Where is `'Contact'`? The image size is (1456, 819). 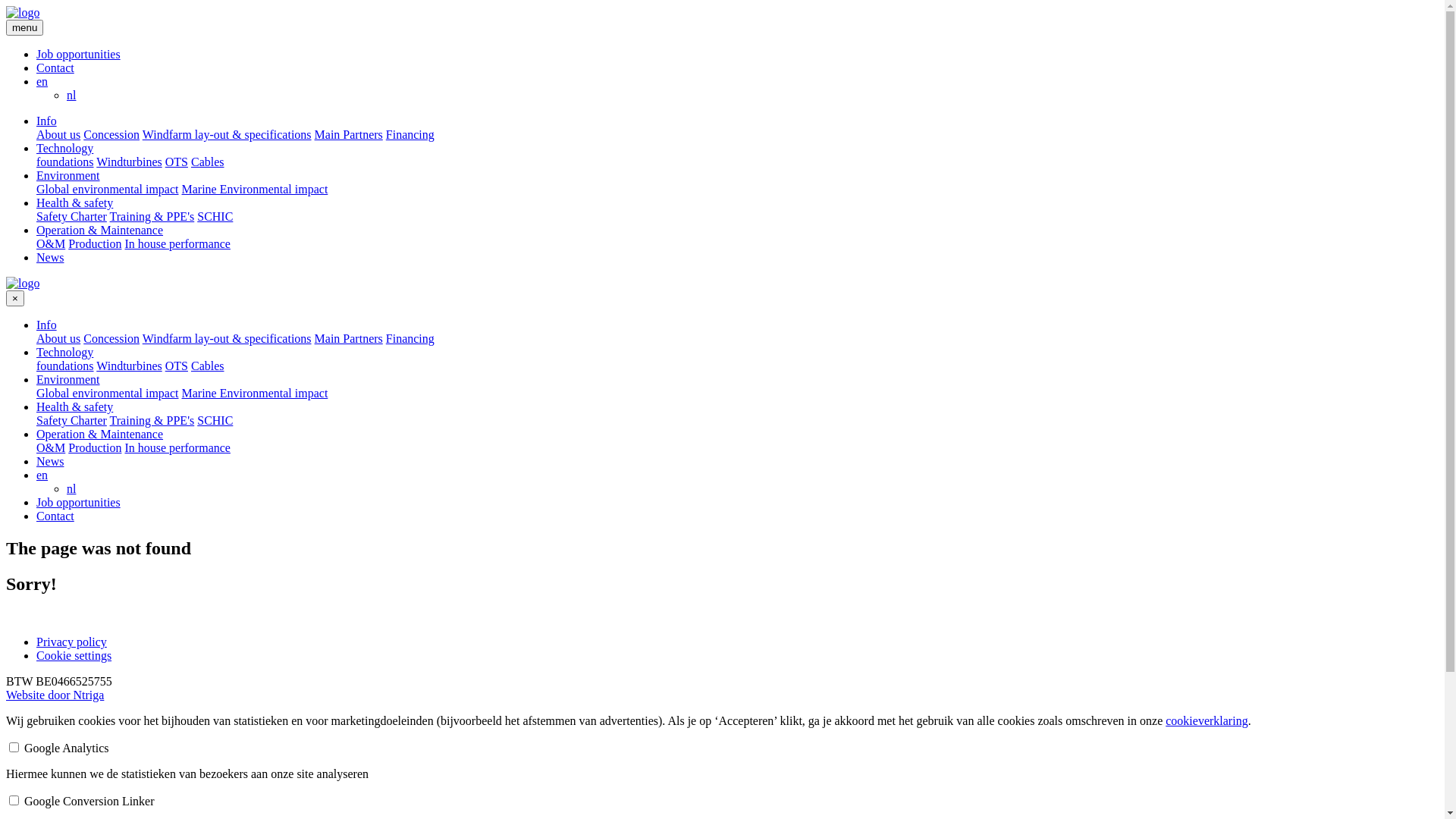 'Contact' is located at coordinates (55, 67).